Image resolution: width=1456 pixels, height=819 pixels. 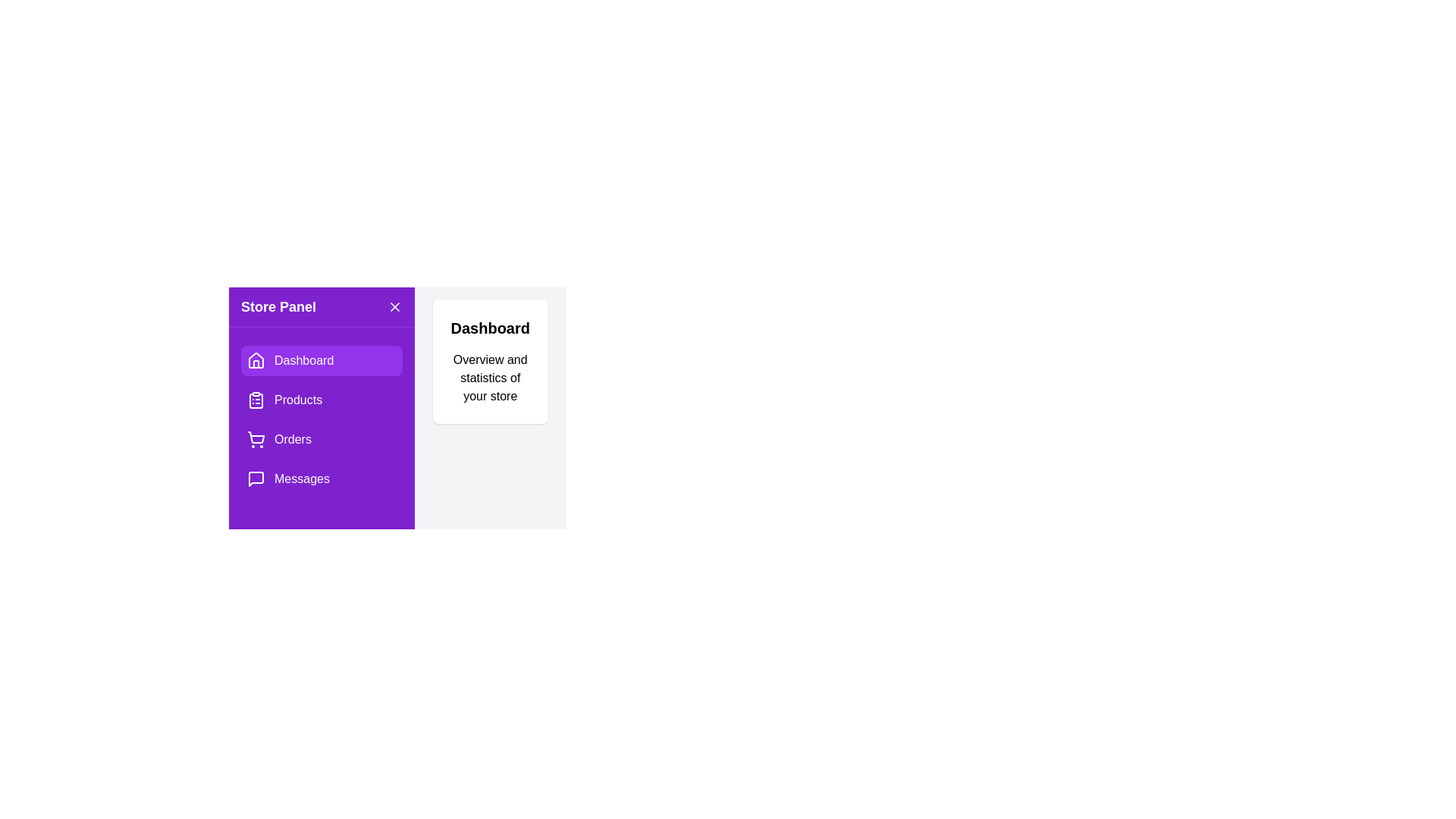 I want to click on close button to toggle the drawer closed, so click(x=394, y=307).